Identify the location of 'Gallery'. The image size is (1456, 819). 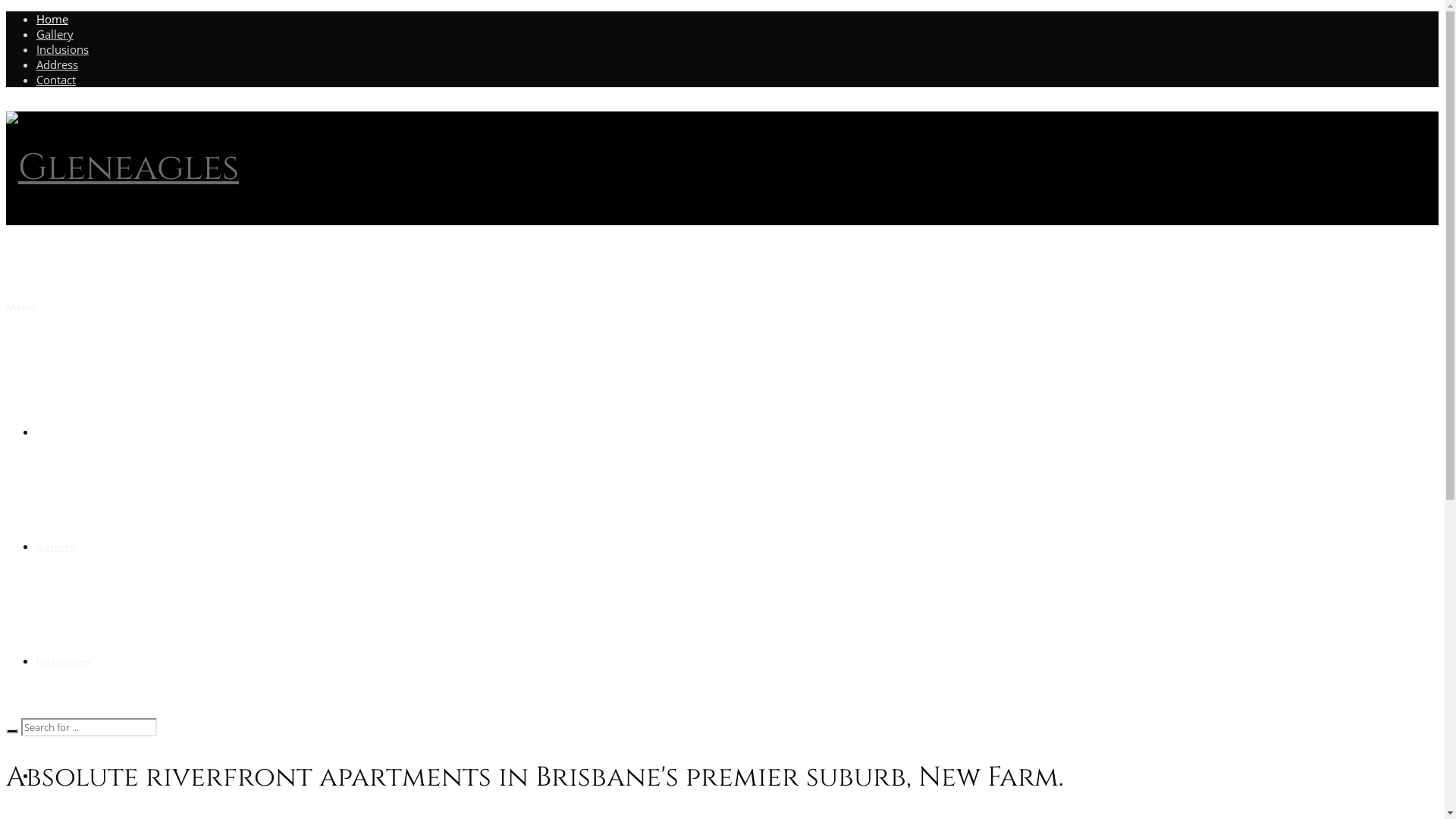
(55, 34).